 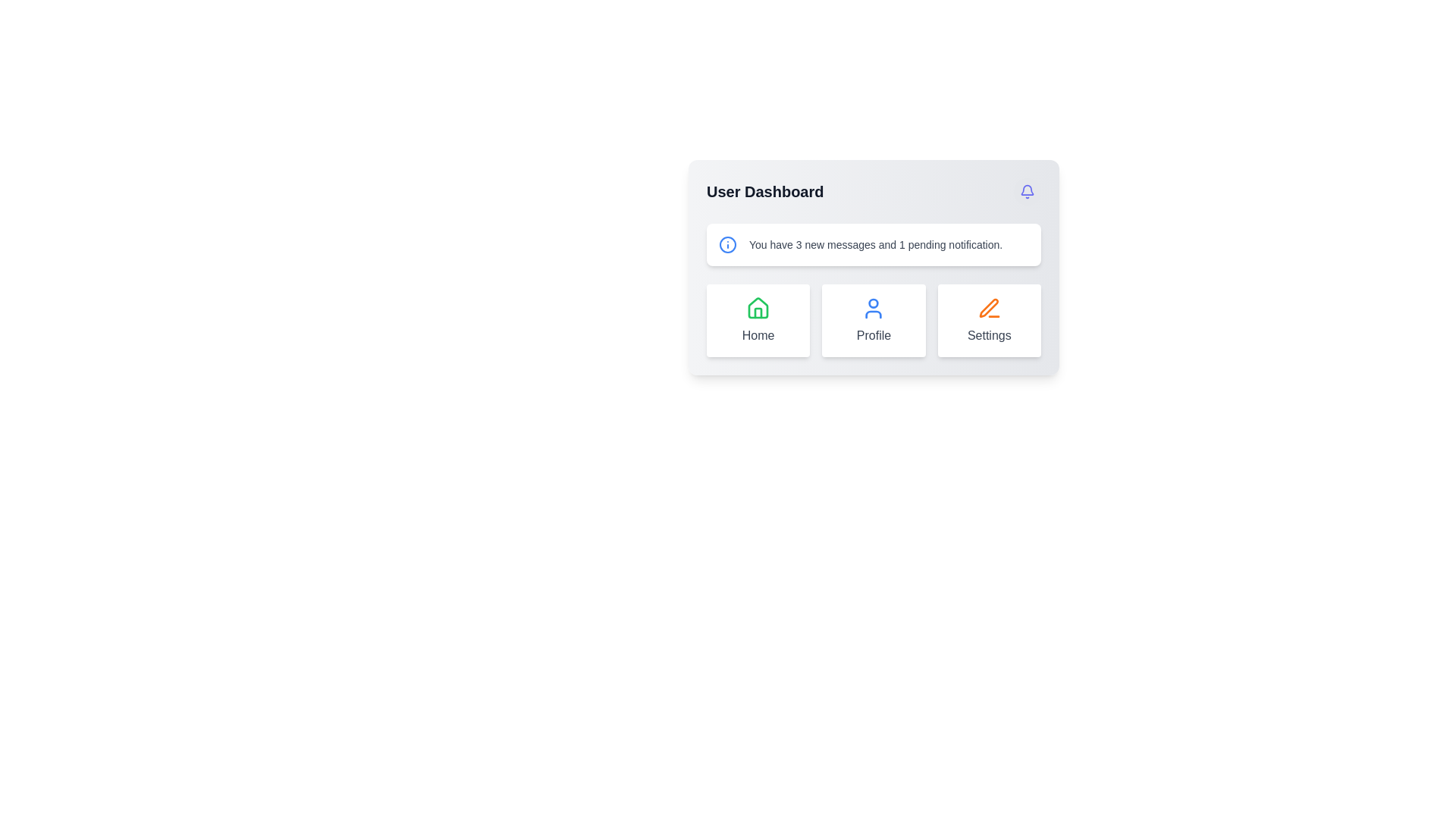 What do you see at coordinates (874, 308) in the screenshot?
I see `the 'Profile' icon centered within its card` at bounding box center [874, 308].